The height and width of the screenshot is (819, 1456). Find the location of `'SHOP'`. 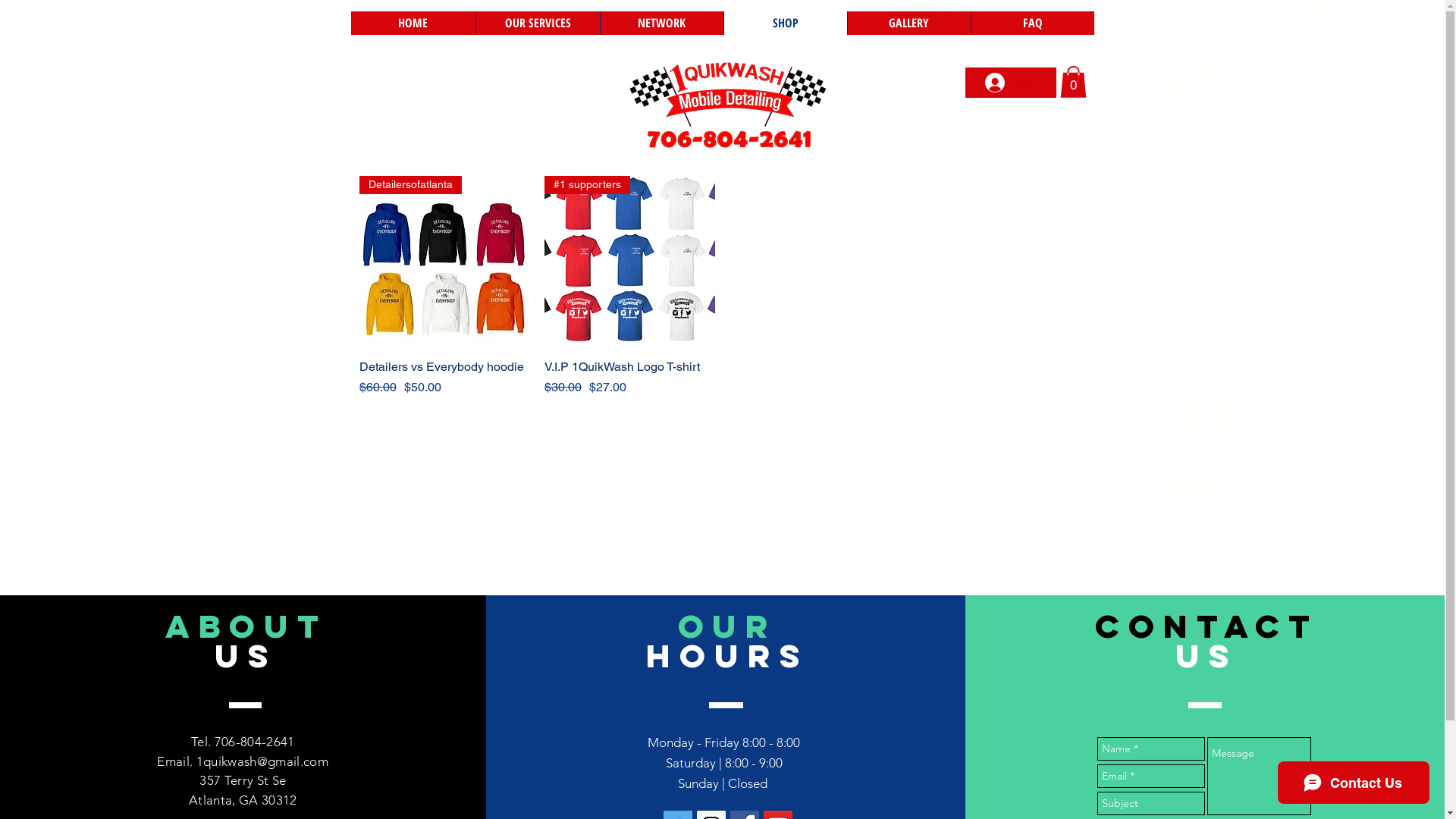

'SHOP' is located at coordinates (785, 23).